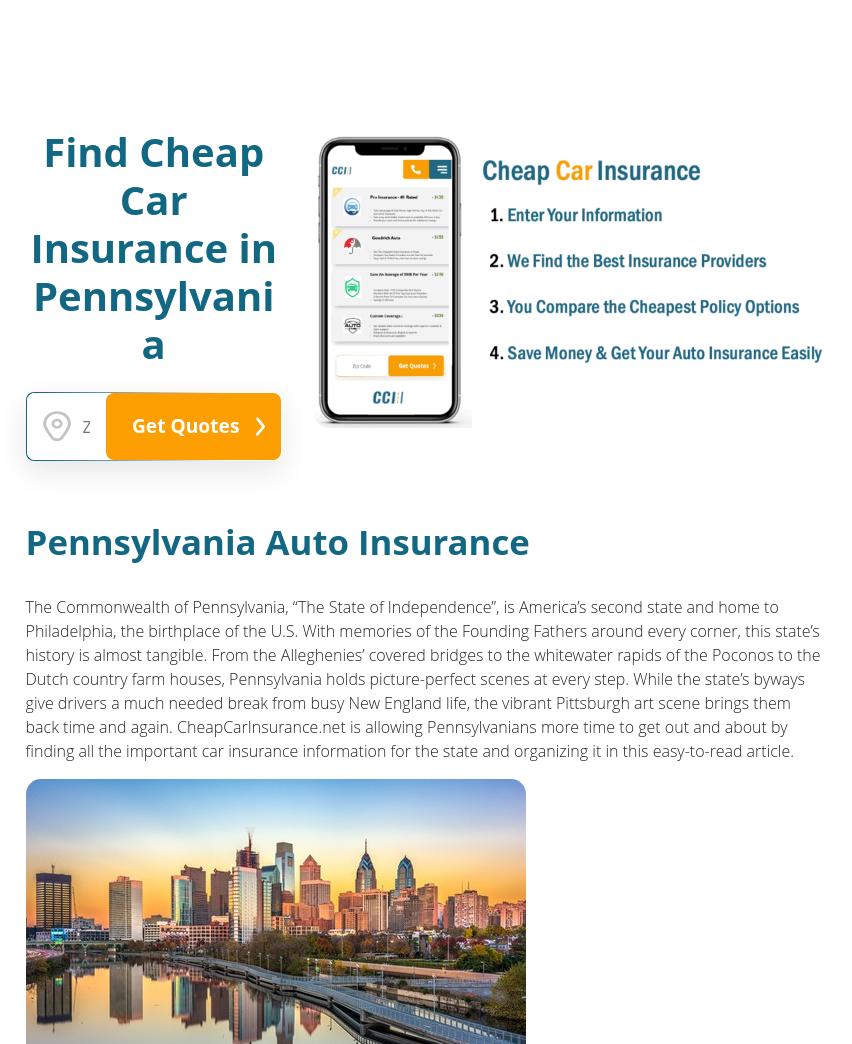 The width and height of the screenshot is (852, 1044). I want to click on 'Mandatory 6 months probation', so click(201, 266).